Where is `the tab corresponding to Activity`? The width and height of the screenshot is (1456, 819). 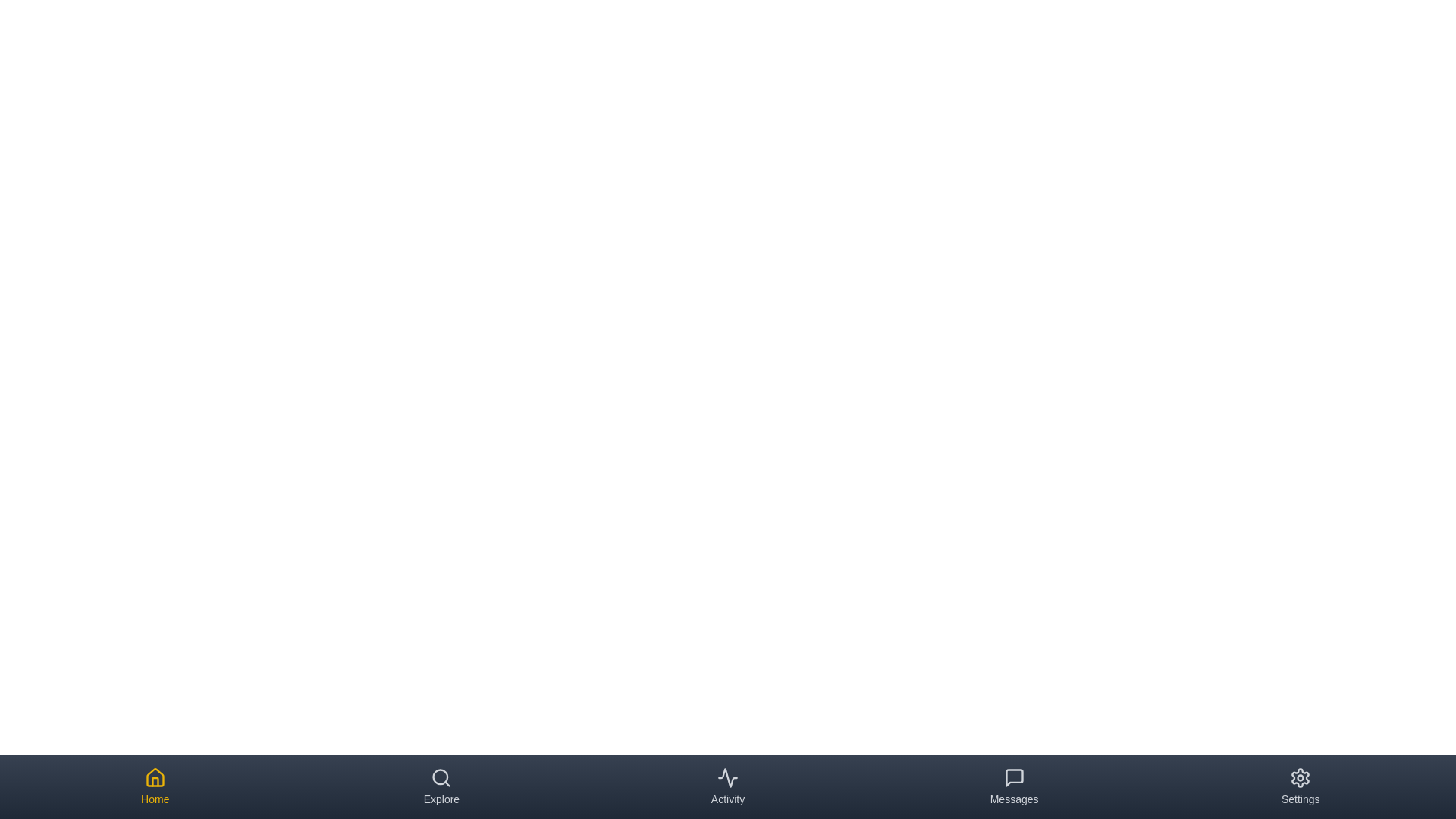
the tab corresponding to Activity is located at coordinates (728, 786).